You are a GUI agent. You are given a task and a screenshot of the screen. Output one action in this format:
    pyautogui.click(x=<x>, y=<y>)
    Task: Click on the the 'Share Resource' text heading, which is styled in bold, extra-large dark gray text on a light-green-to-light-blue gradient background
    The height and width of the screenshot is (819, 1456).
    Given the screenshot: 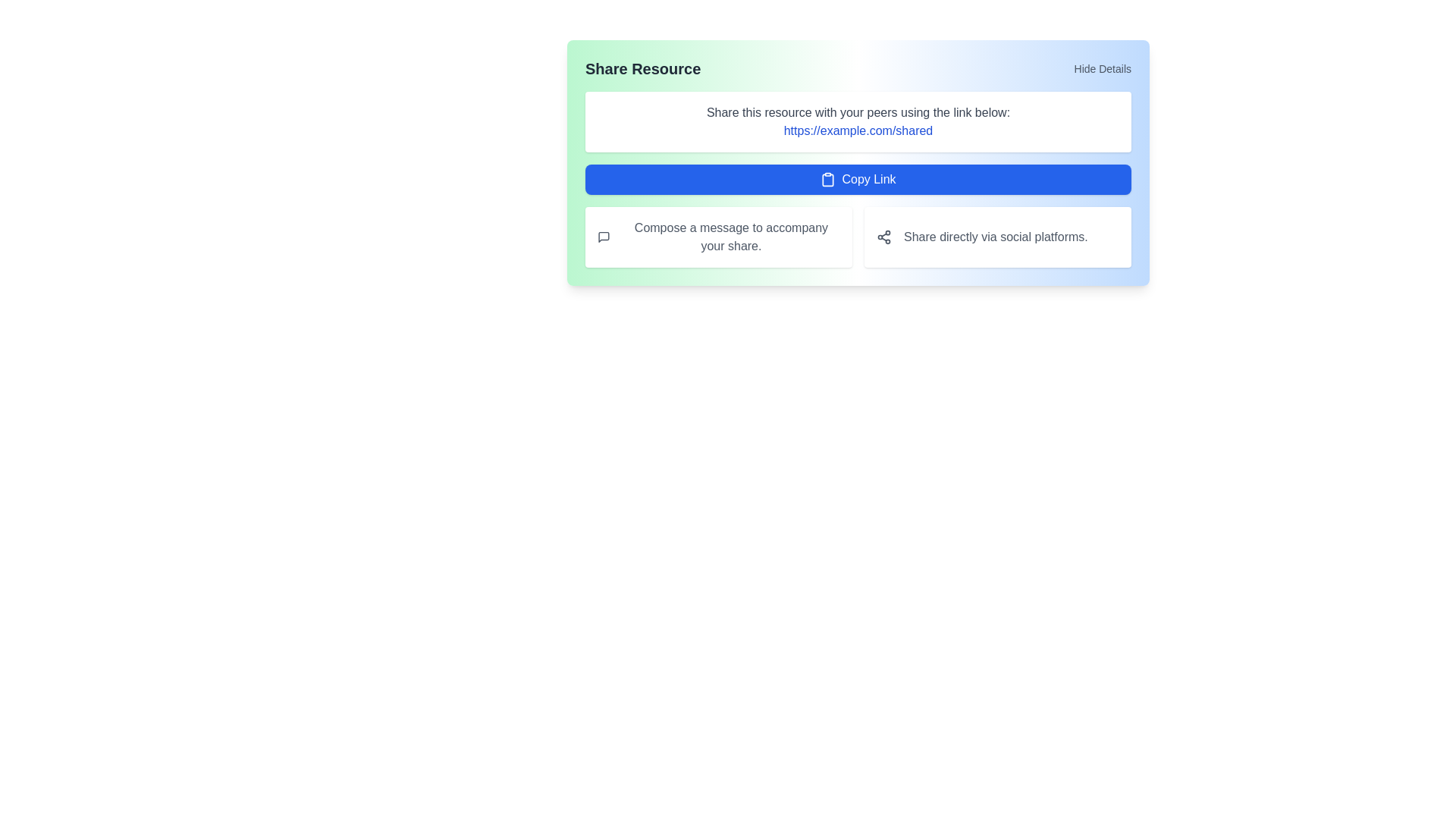 What is the action you would take?
    pyautogui.click(x=643, y=69)
    